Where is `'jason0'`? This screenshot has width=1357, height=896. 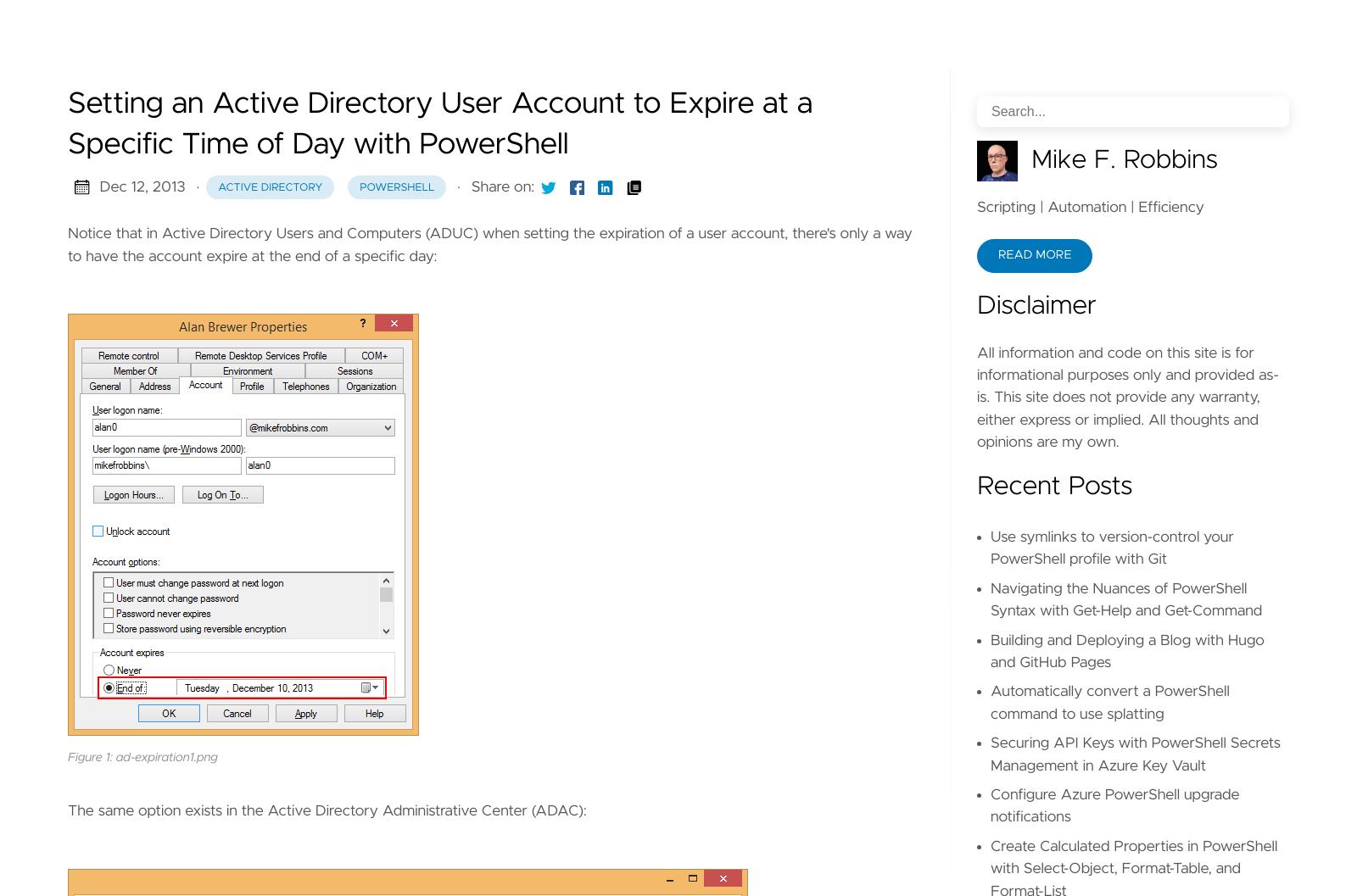
'jason0' is located at coordinates (264, 462).